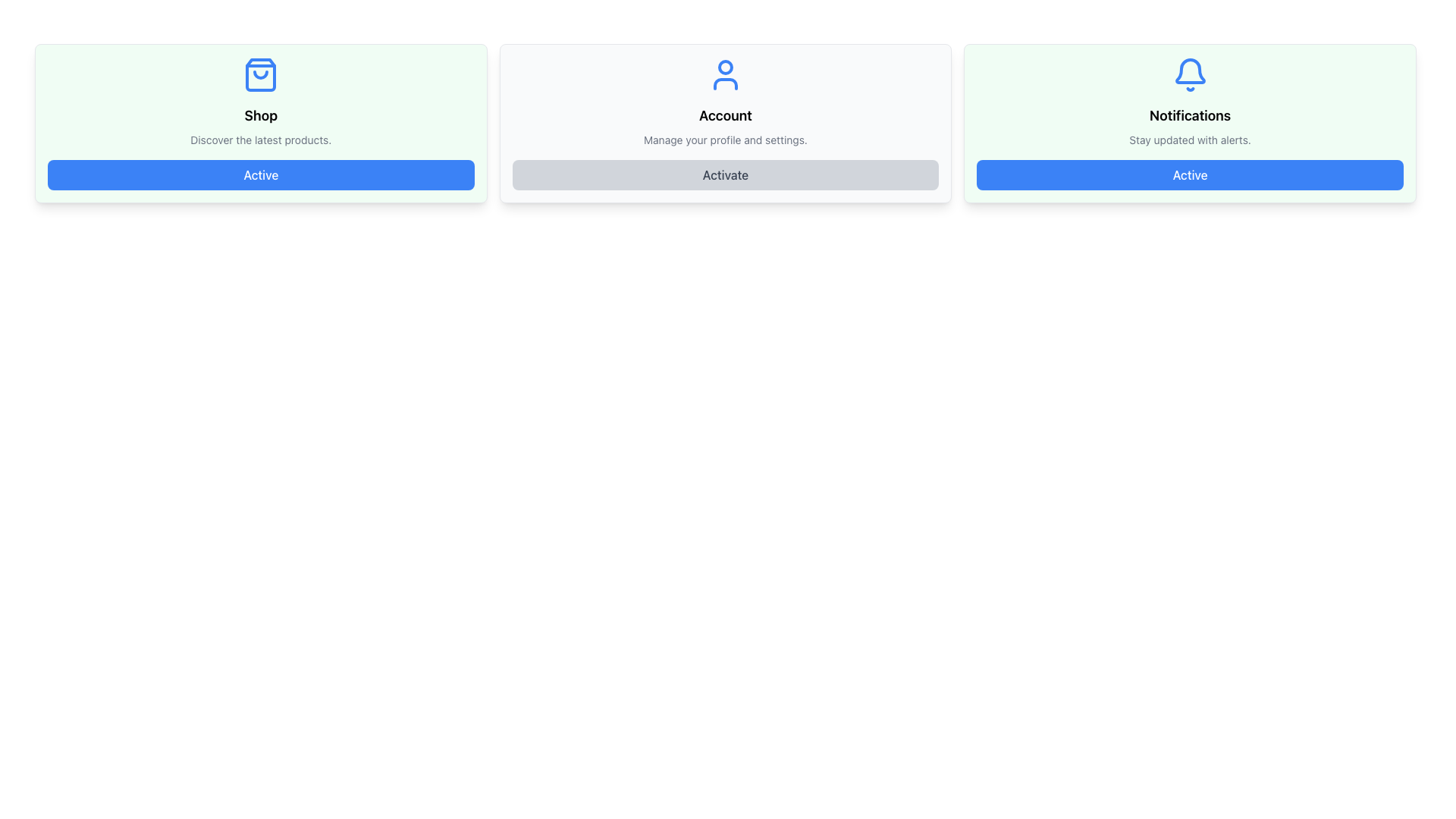  What do you see at coordinates (261, 75) in the screenshot?
I see `the decorative graphic/icon located at the topmost segment of the 'Shop' card, which represents the associated functionality` at bounding box center [261, 75].